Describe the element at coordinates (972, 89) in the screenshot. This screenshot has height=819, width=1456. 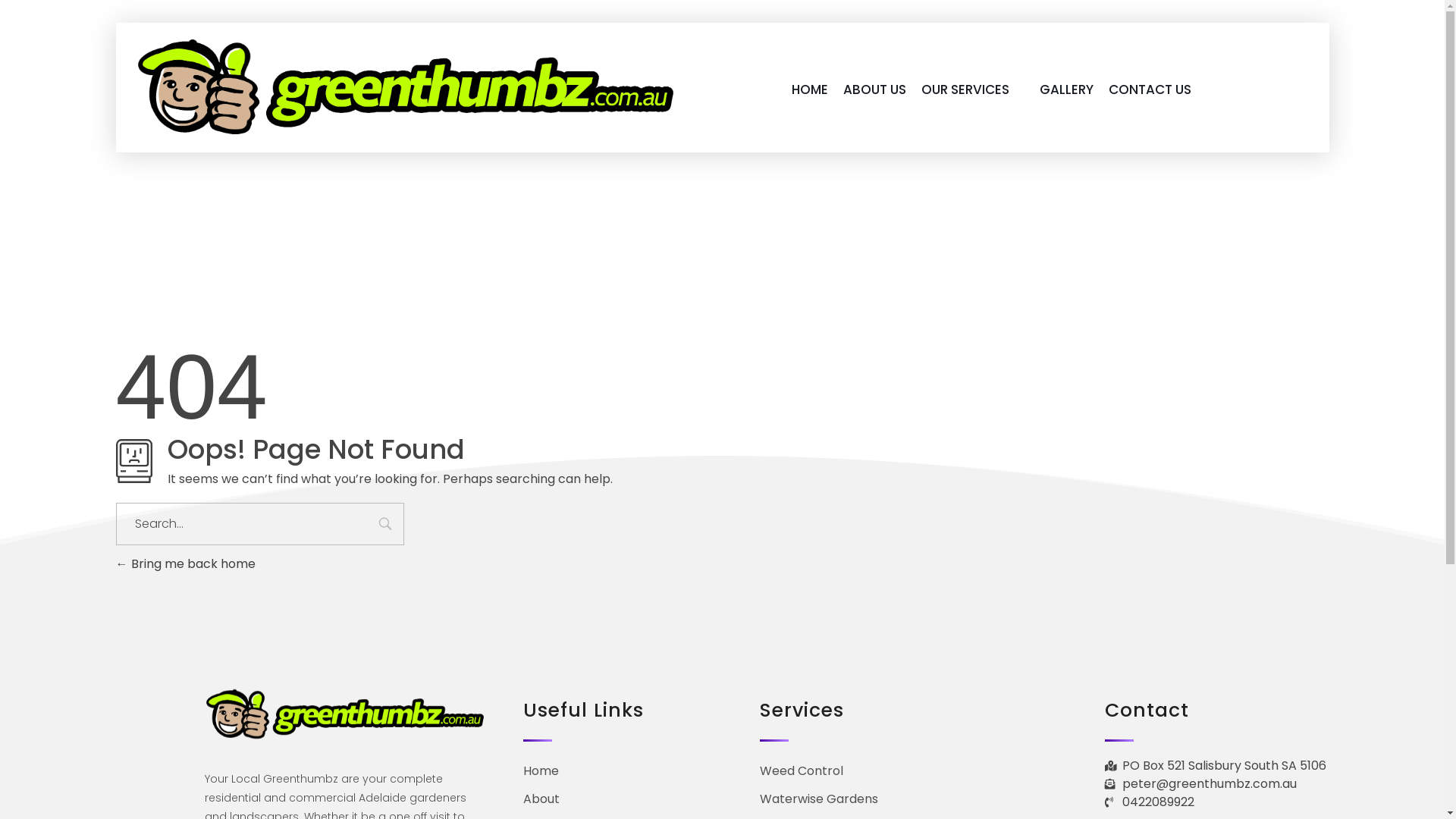
I see `'OUR SERVICES'` at that location.